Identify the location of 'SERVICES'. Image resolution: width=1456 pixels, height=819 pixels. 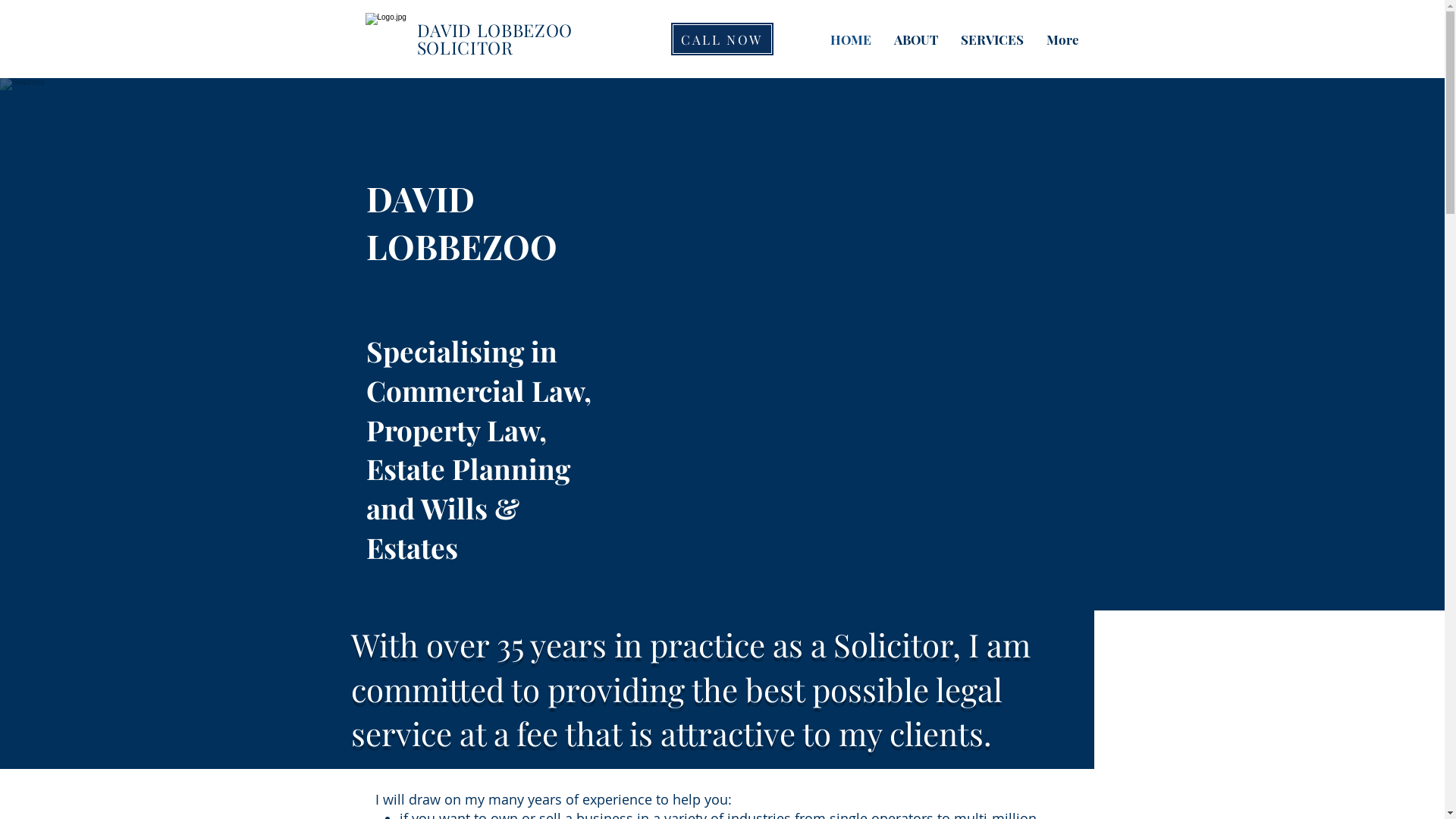
(992, 38).